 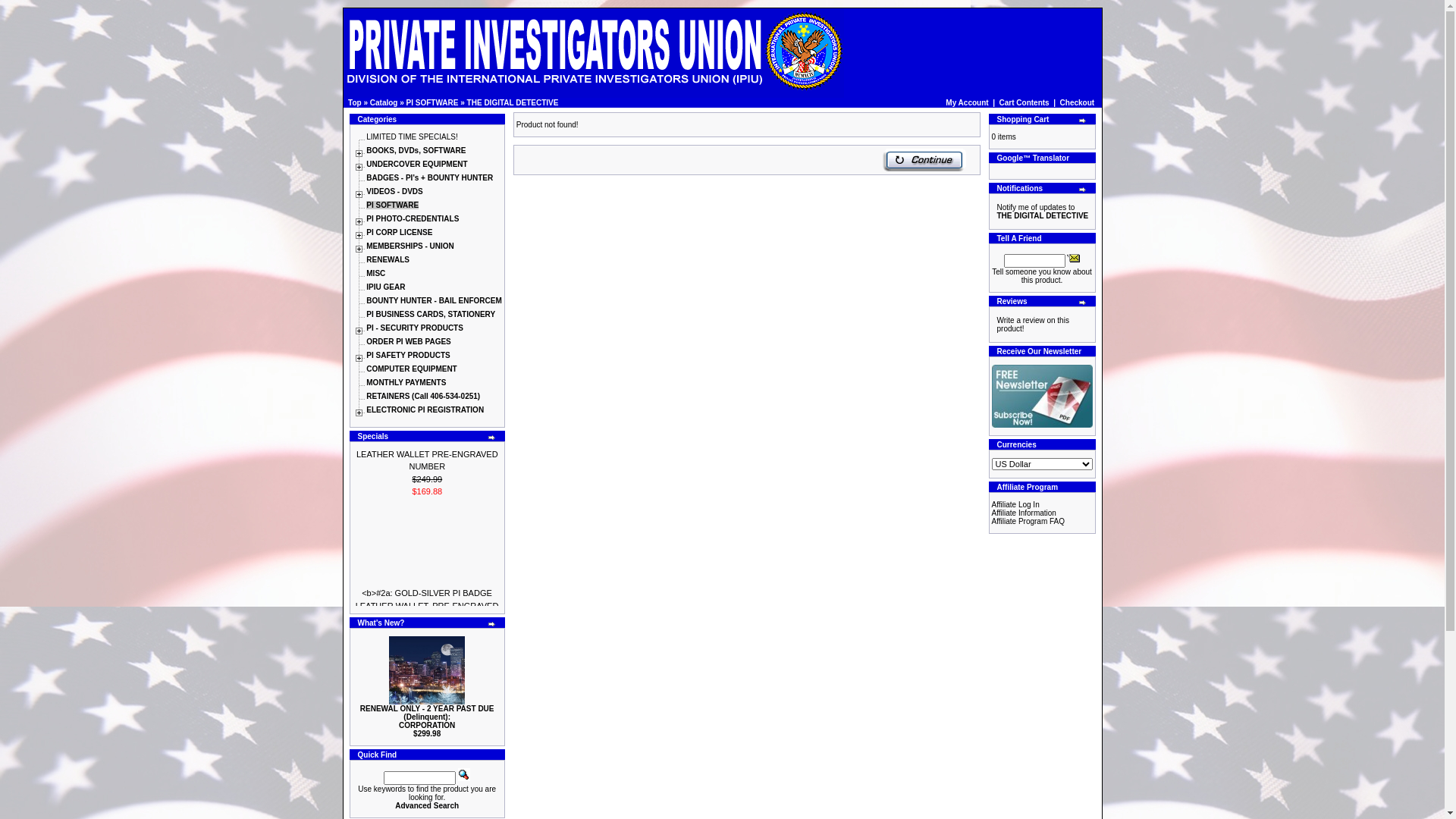 I want to click on 'RETAINERS (Call 406-534-0251)', so click(x=422, y=395).